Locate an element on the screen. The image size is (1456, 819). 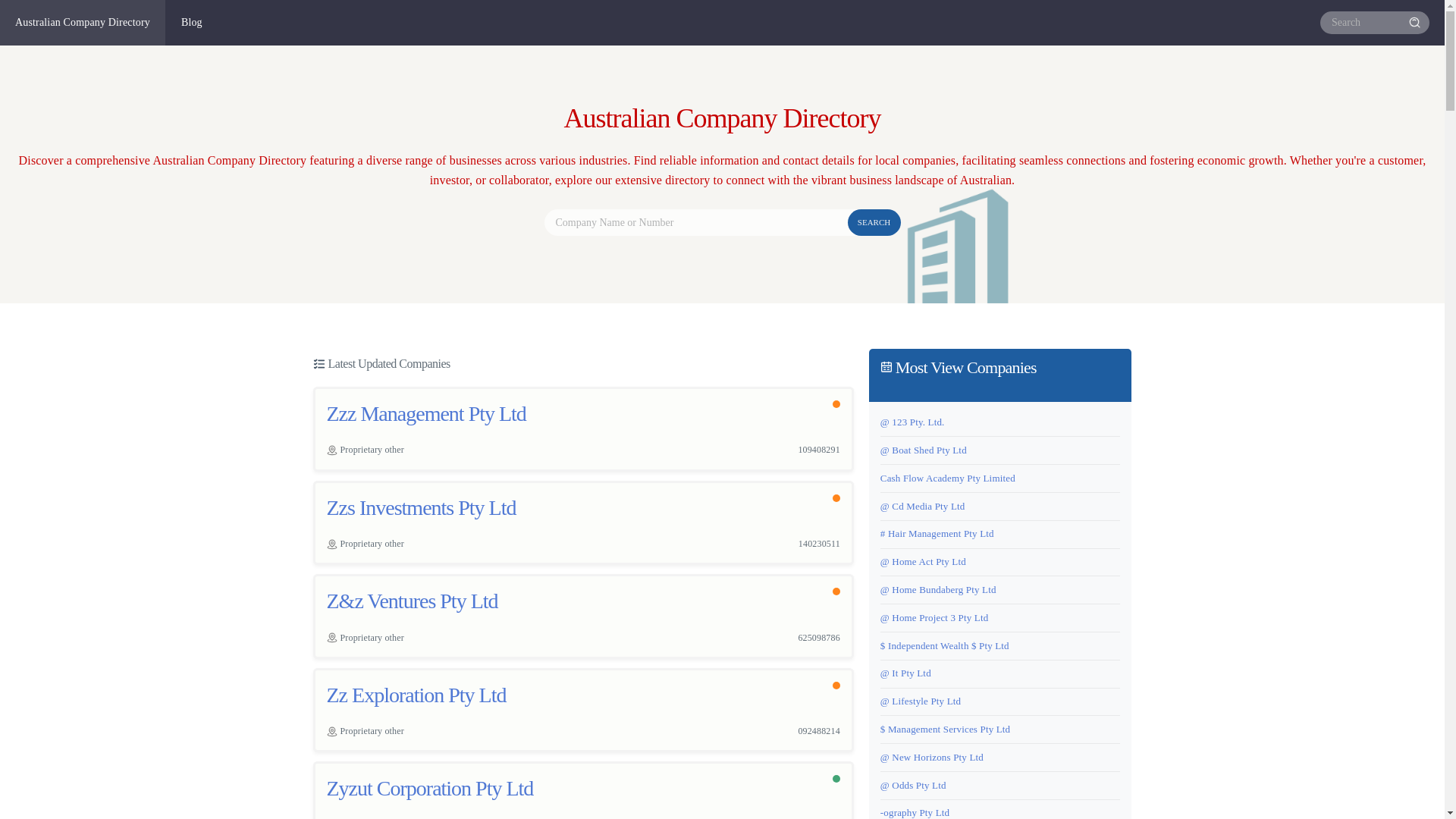
'Zyzut Corporation Pty Ltd' is located at coordinates (428, 787).